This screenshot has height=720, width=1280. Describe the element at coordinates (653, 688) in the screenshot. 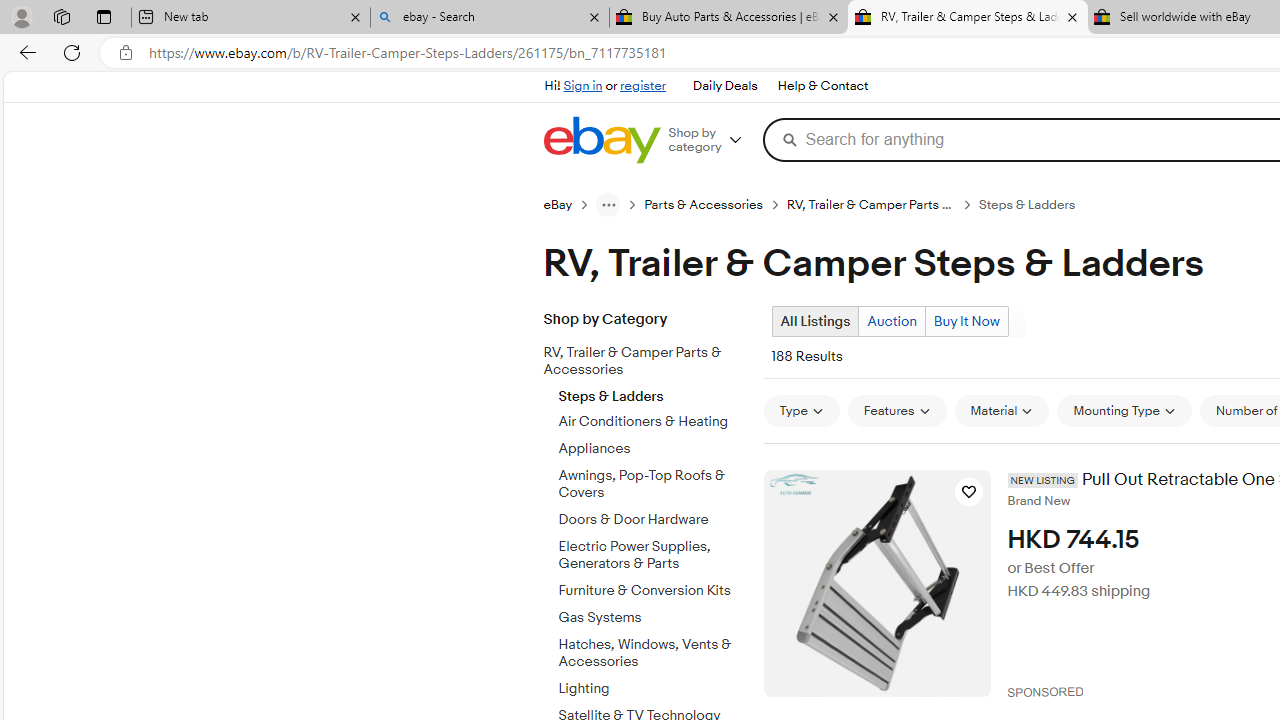

I see `'Lighting'` at that location.